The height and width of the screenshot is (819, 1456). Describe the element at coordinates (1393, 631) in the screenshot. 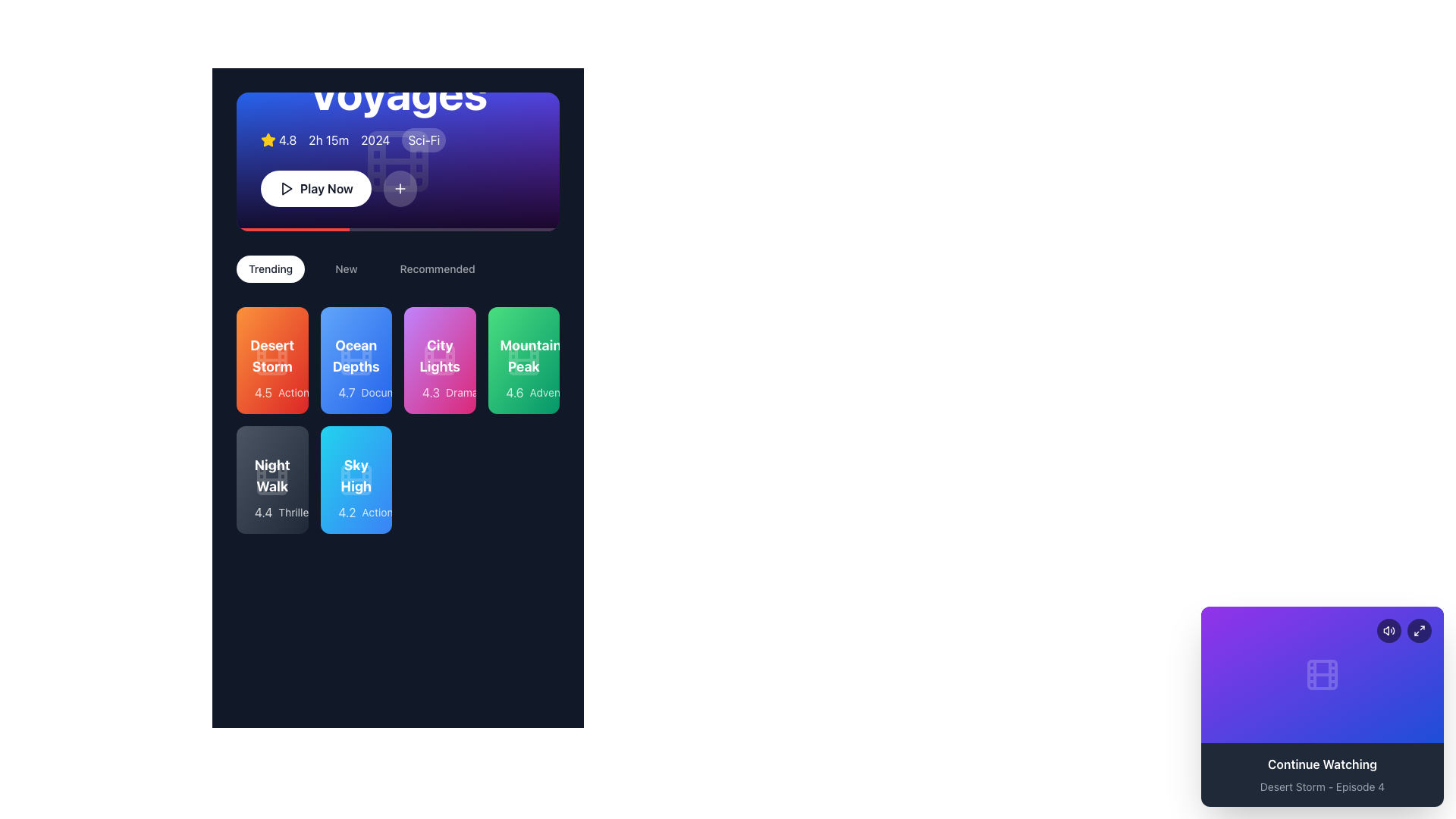

I see `the outer curved line of the volume icon located in the bottom-right corner of the interface` at that location.